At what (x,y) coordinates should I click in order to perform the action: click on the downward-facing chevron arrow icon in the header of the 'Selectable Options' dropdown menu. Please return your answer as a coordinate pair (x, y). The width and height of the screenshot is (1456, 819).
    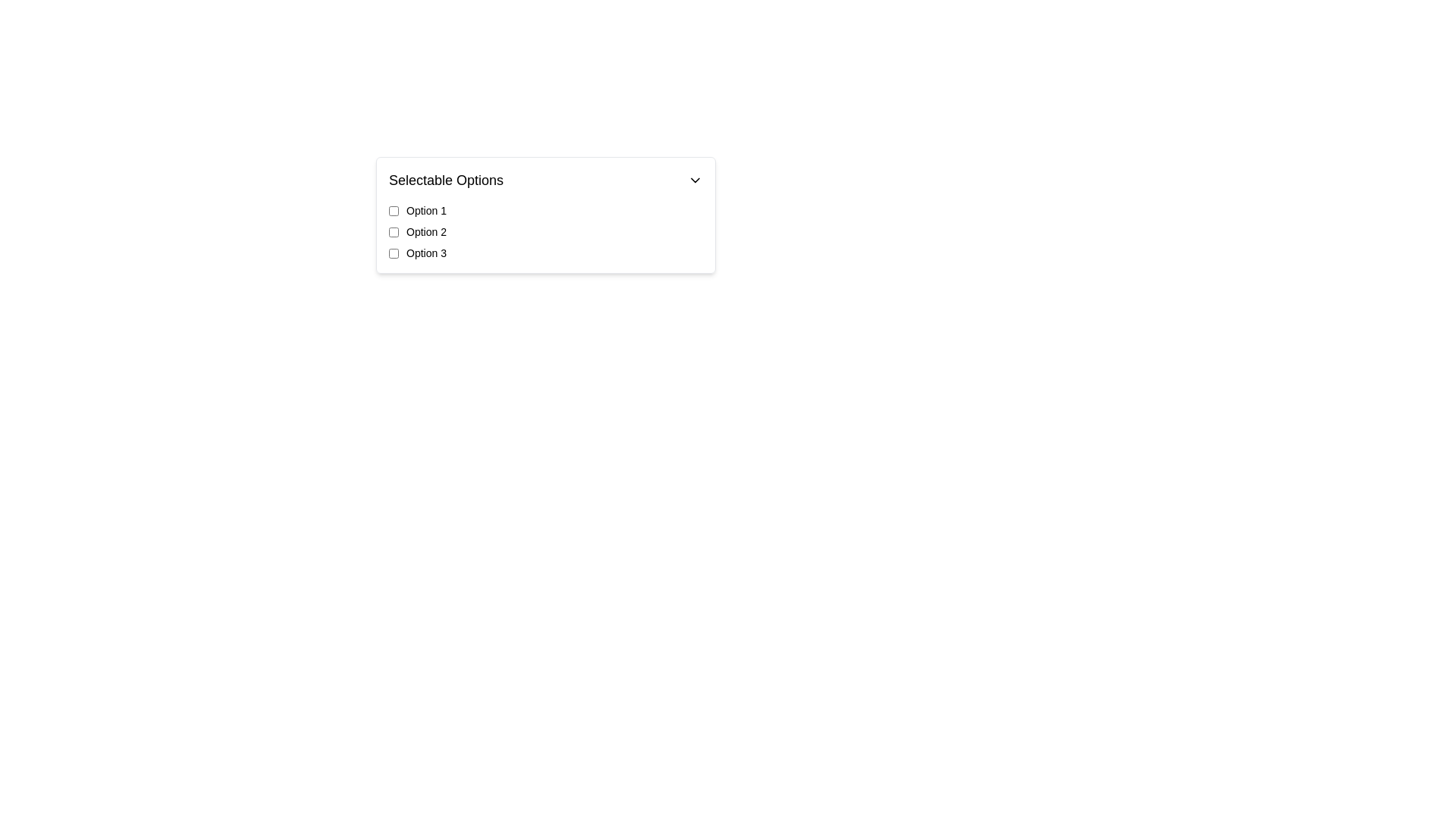
    Looking at the image, I should click on (694, 180).